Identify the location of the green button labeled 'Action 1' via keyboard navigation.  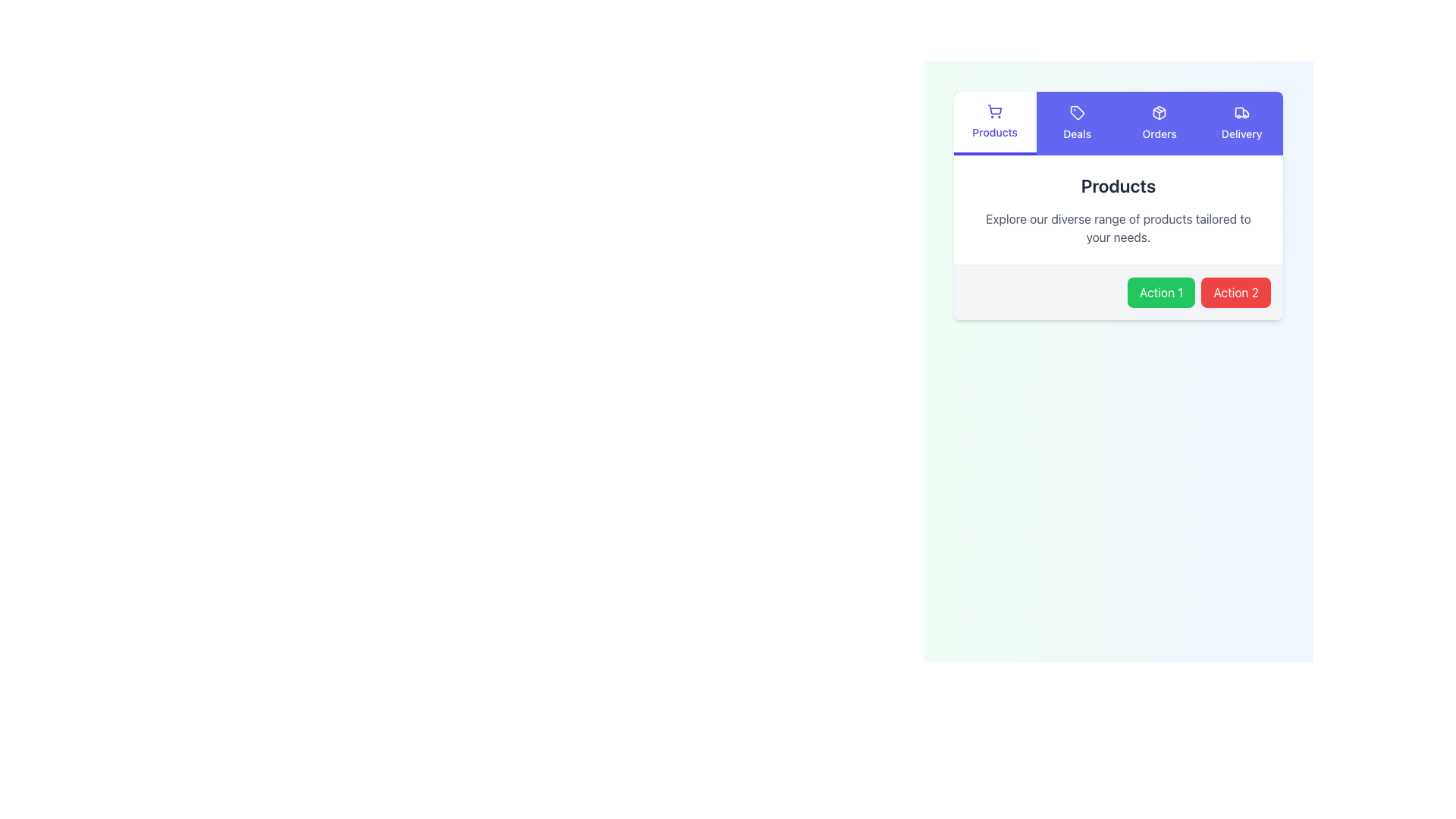
(1160, 292).